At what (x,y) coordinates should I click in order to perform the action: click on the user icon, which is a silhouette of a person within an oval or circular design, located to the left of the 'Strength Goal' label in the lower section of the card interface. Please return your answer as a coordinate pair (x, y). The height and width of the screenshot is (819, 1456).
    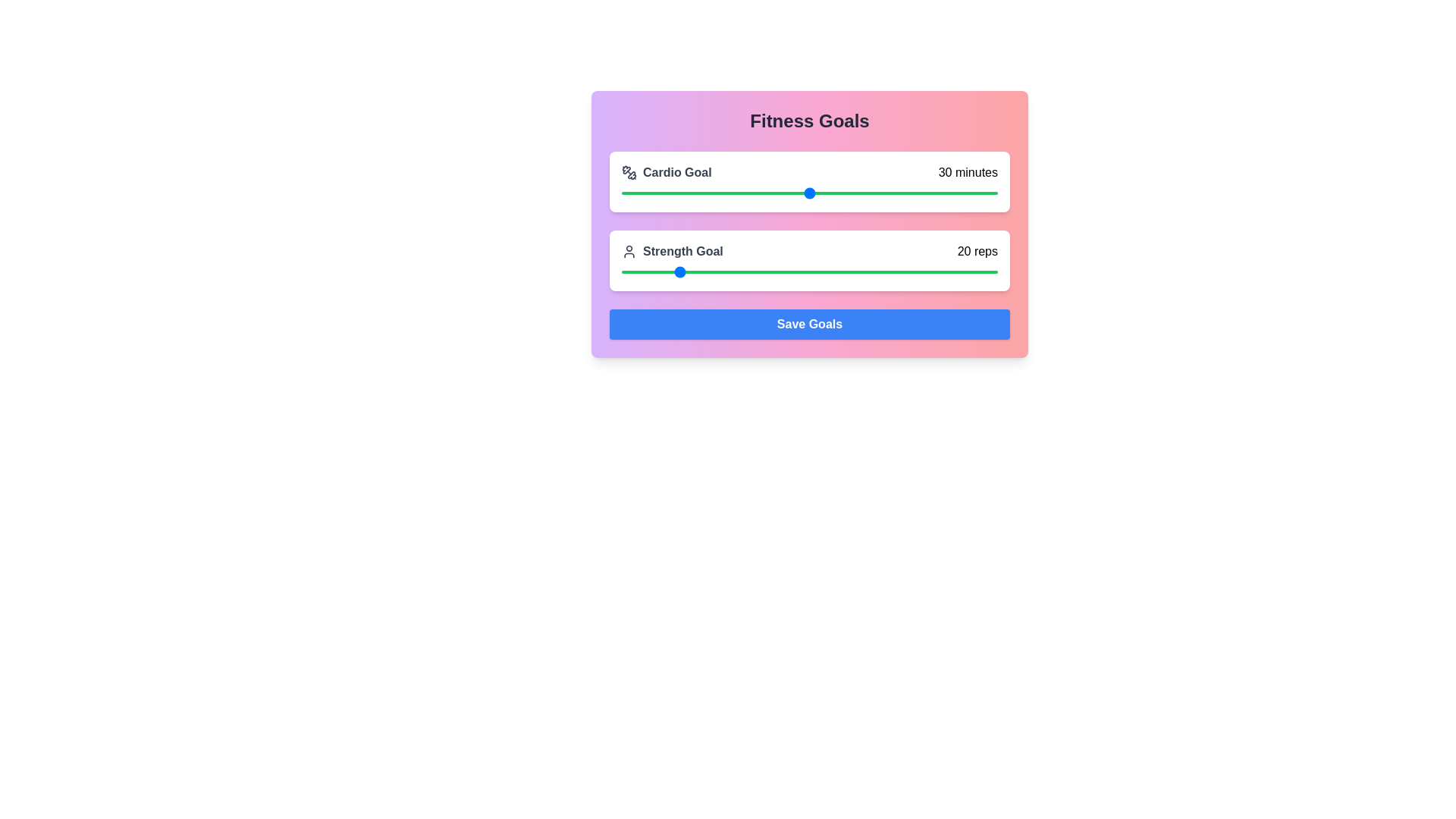
    Looking at the image, I should click on (629, 250).